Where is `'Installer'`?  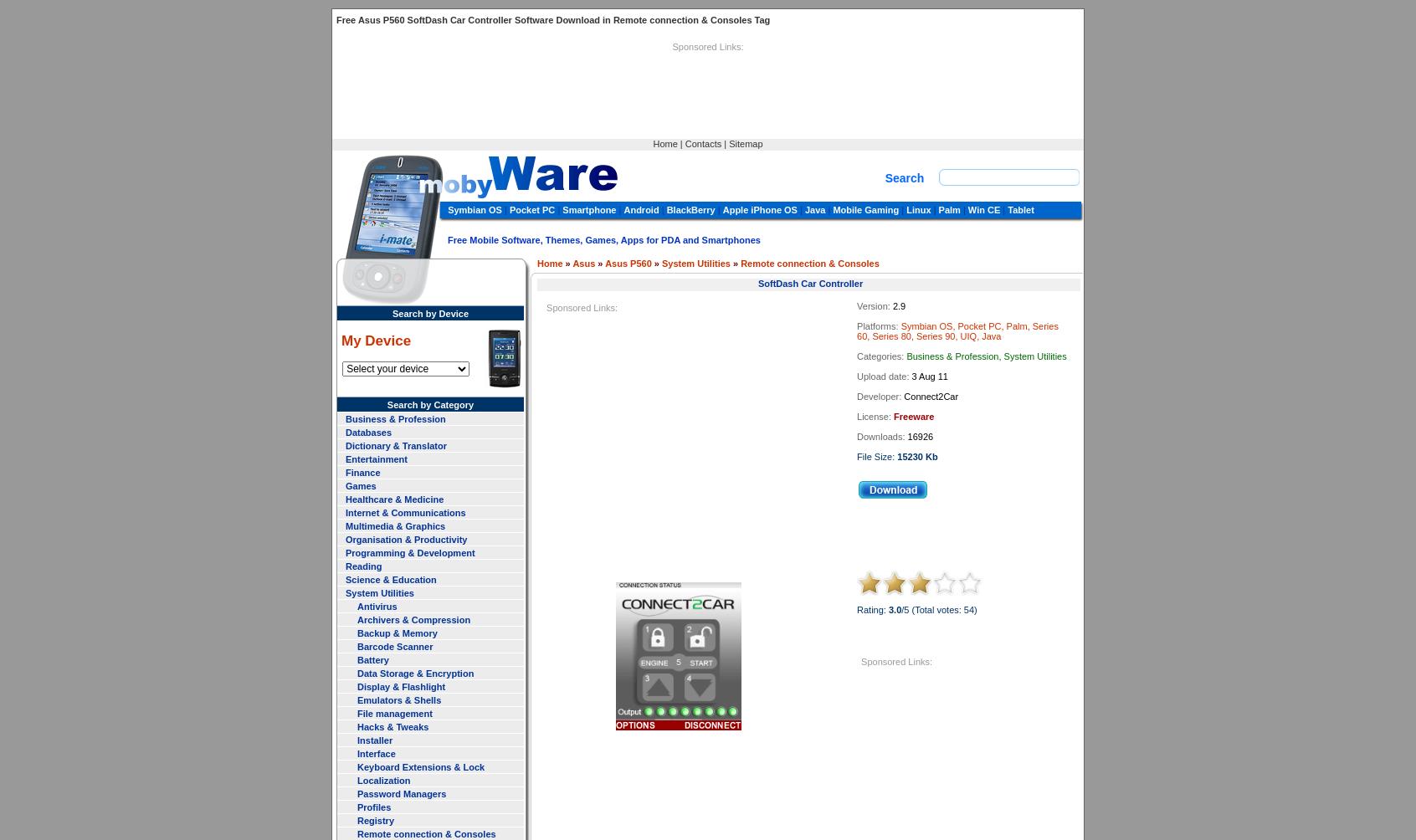 'Installer' is located at coordinates (374, 739).